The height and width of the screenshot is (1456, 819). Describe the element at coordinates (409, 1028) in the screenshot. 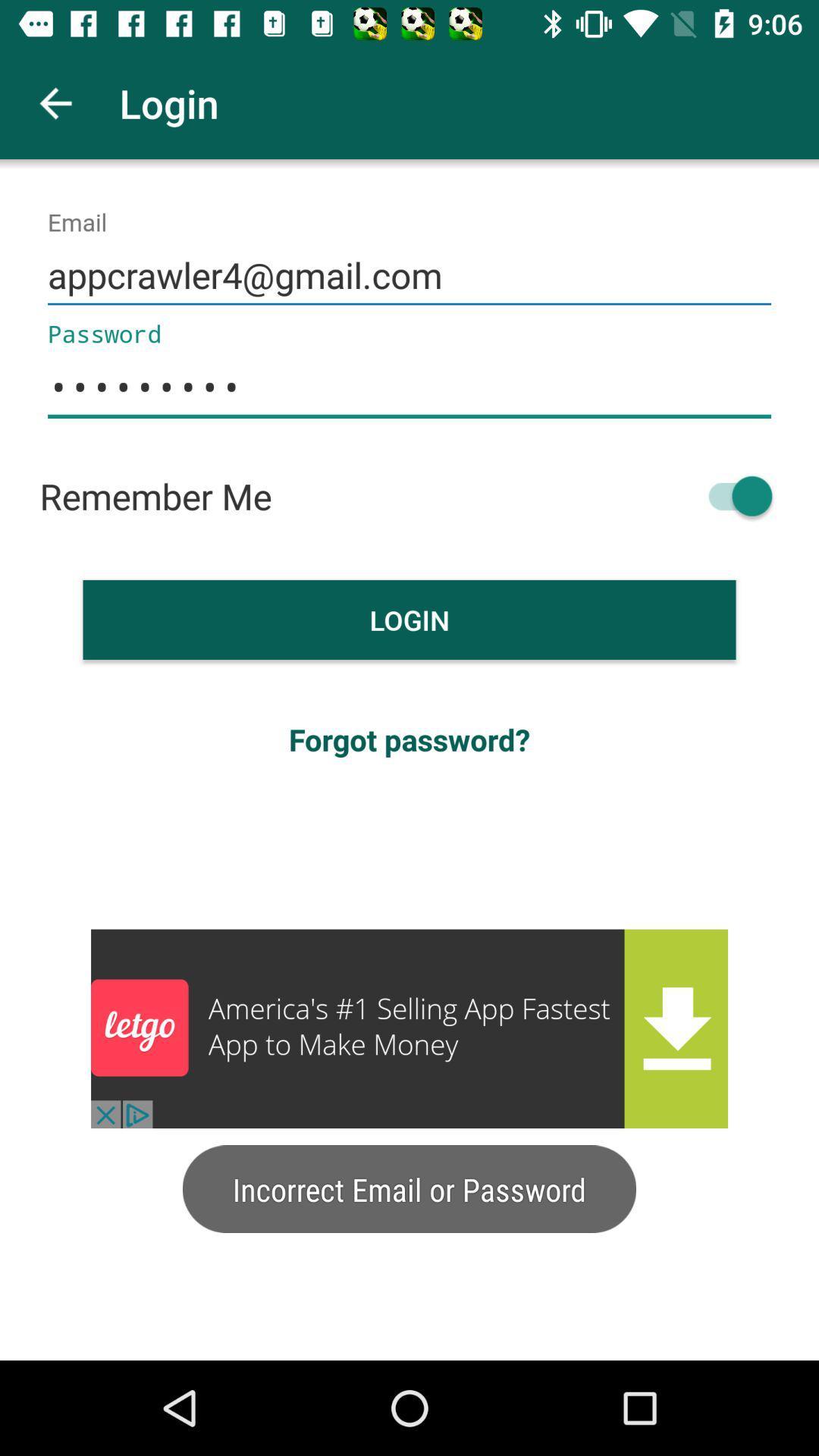

I see `announcement` at that location.